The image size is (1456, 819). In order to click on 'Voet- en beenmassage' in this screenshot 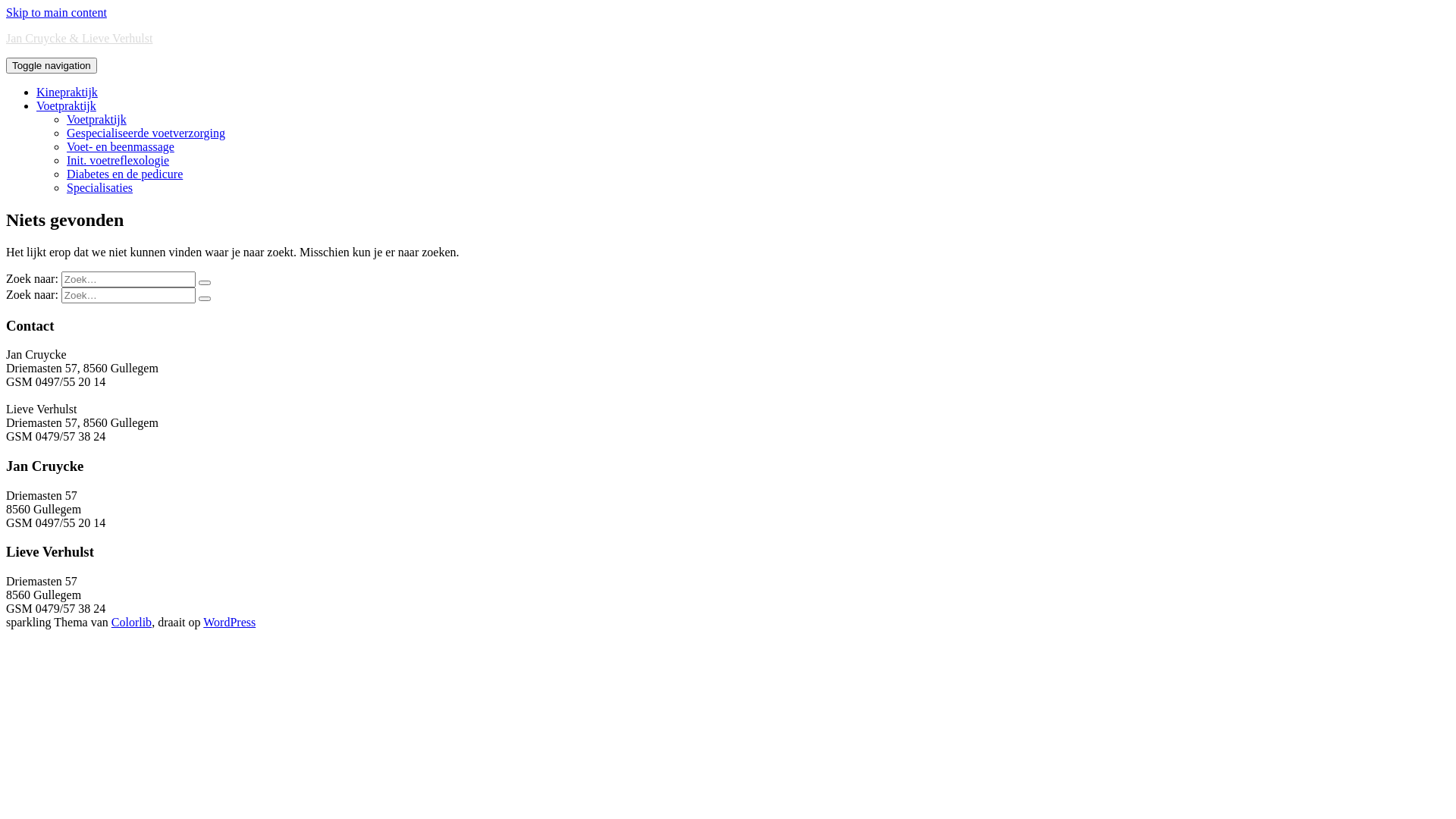, I will do `click(119, 146)`.